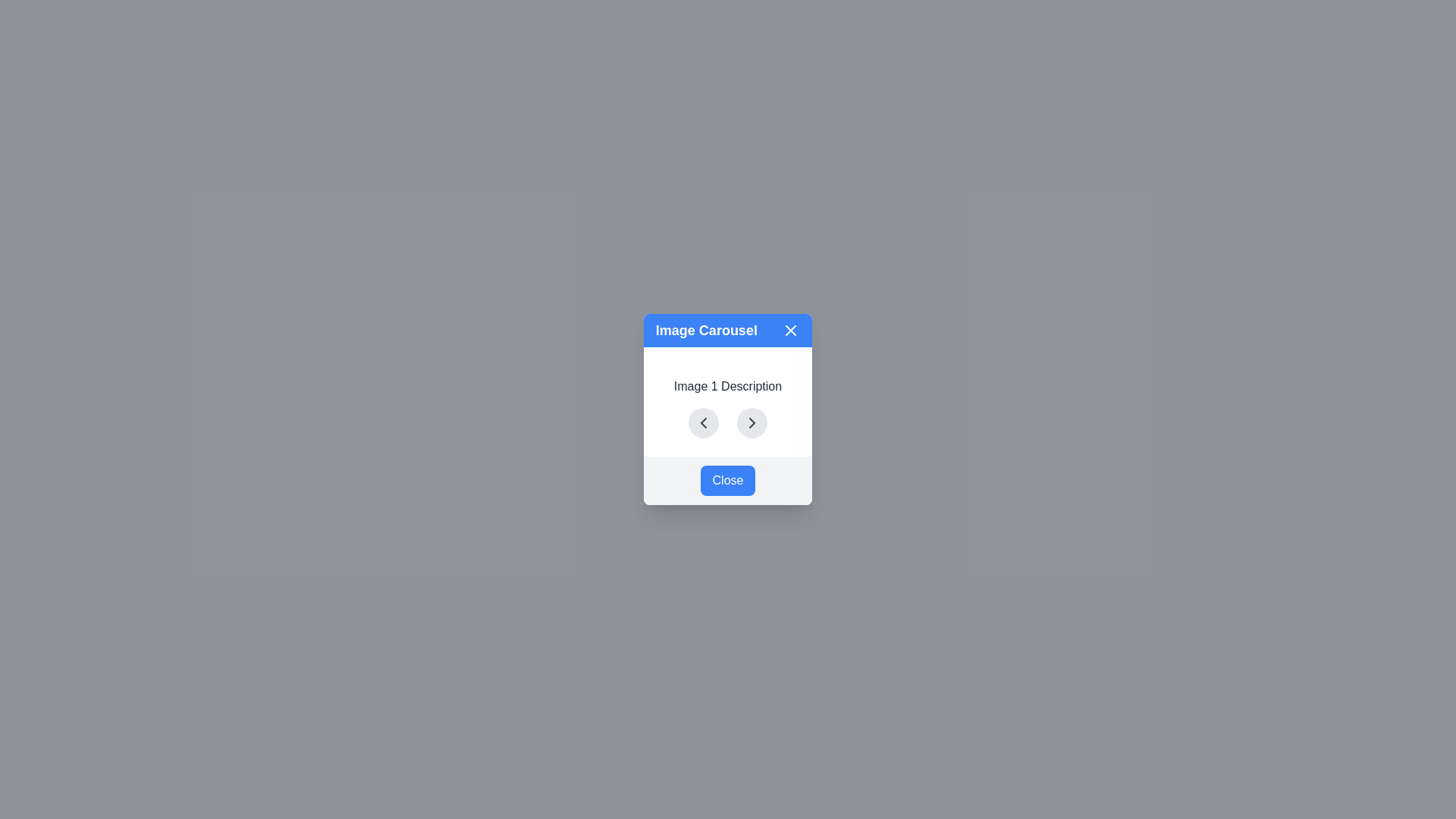 This screenshot has width=1456, height=819. What do you see at coordinates (702, 423) in the screenshot?
I see `the left-pointing chevron icon within the rounded button in the 'Image Carousel' dialog to trigger focus highlight` at bounding box center [702, 423].